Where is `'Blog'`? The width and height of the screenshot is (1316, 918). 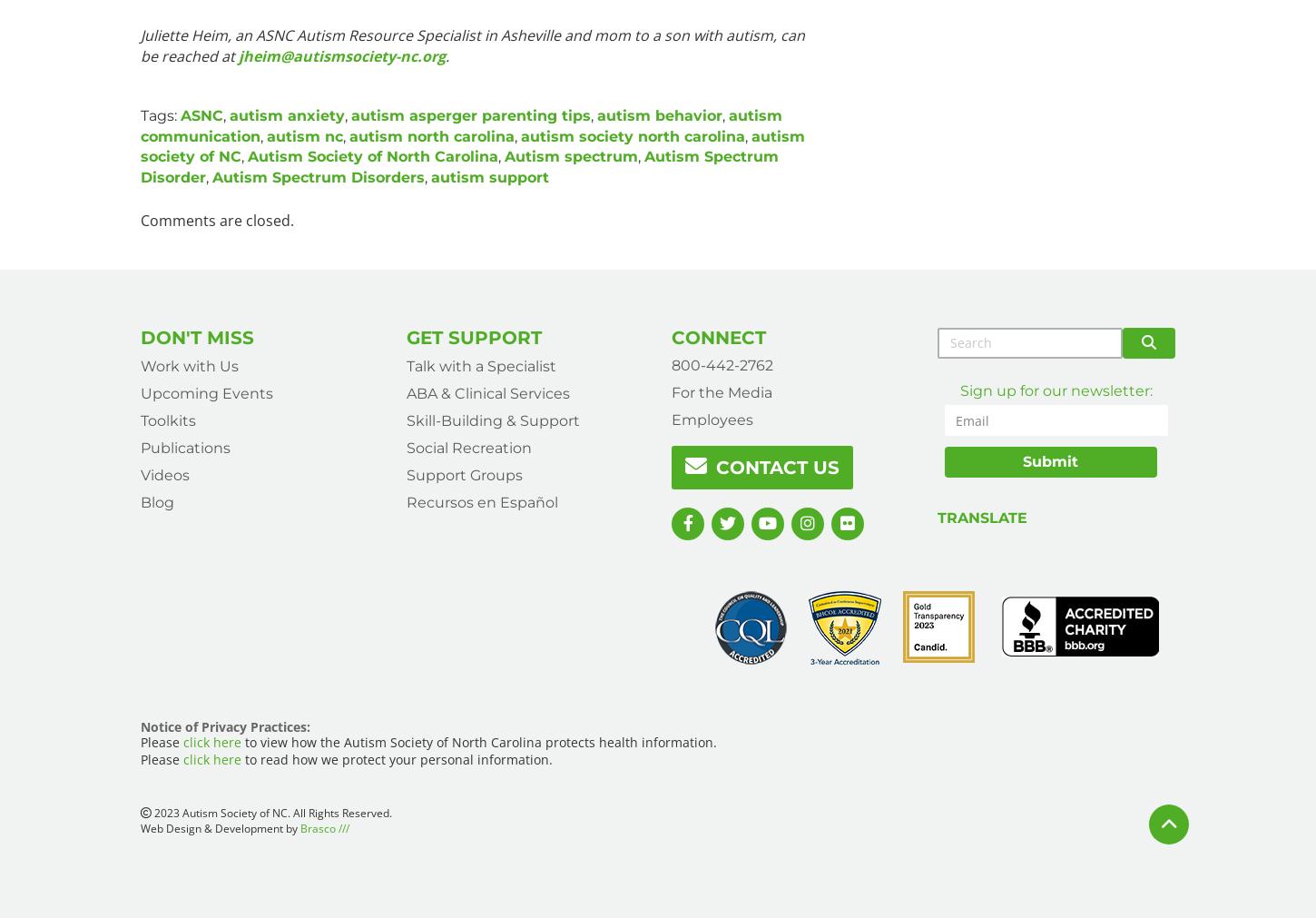 'Blog' is located at coordinates (140, 501).